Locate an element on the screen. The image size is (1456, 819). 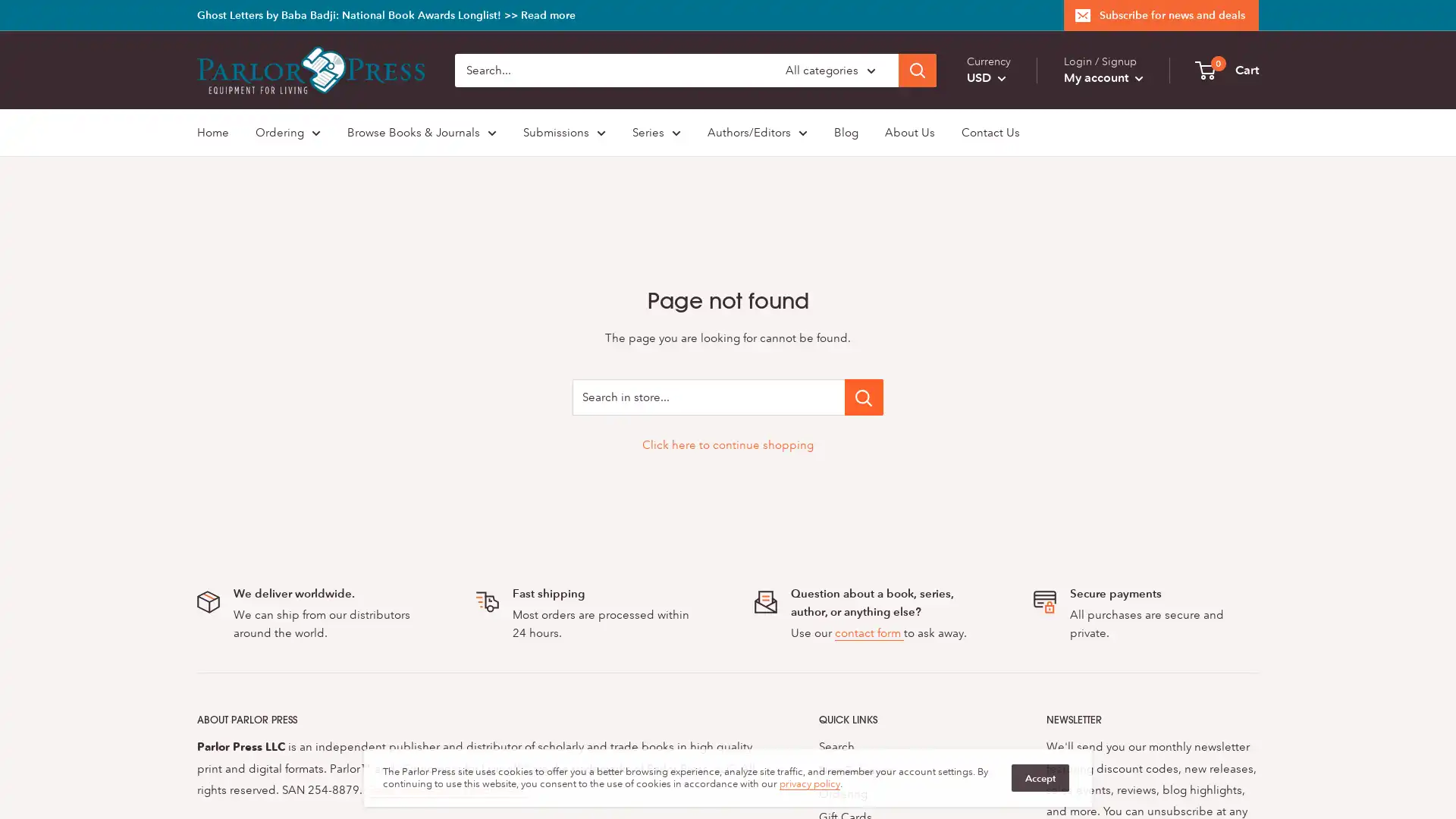
USD is located at coordinates (986, 77).